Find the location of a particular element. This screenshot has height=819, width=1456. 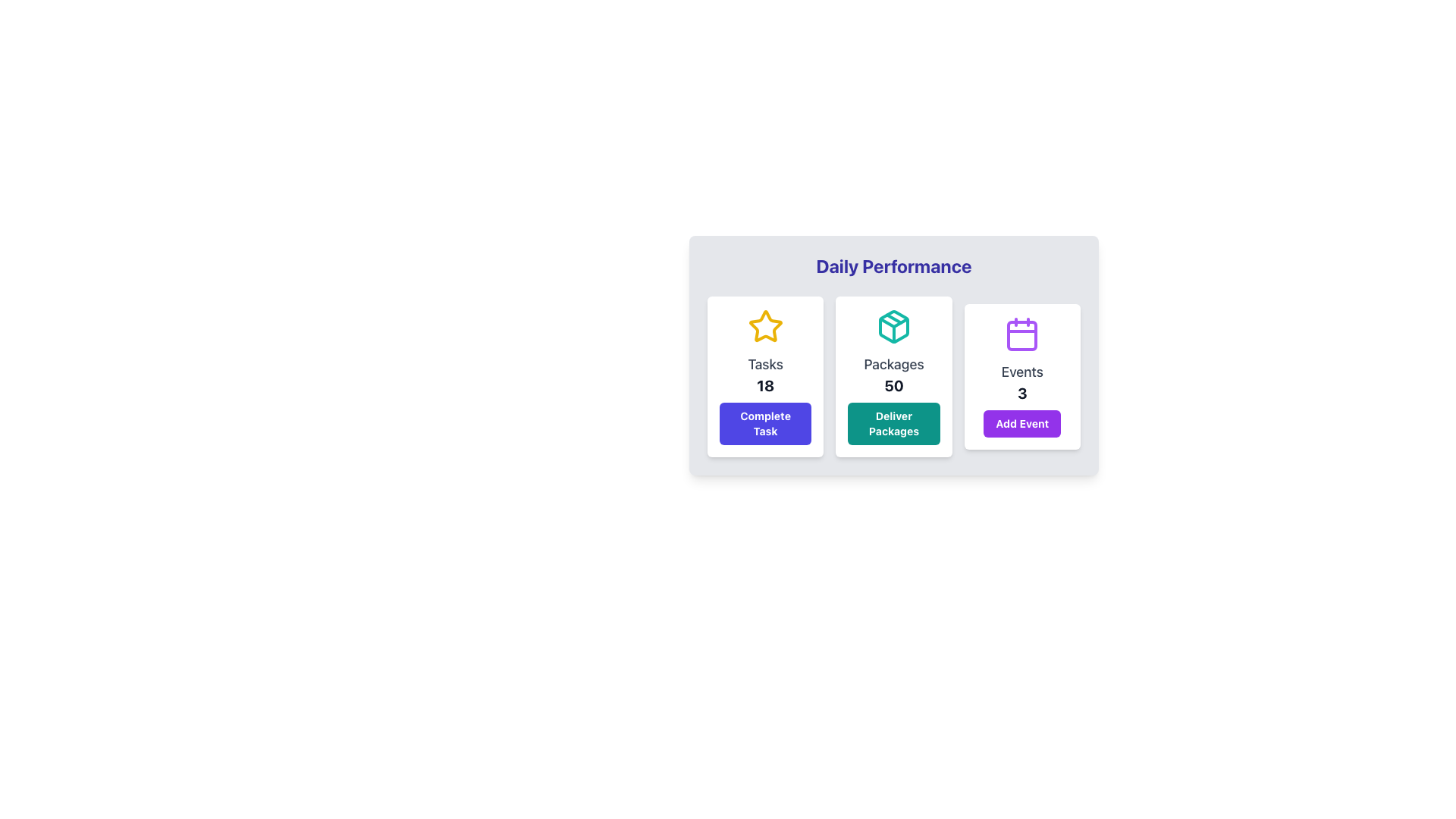

the Text label that describes 'Events', located in the rightmost card of the 'Daily Performance' section, positioned below the calendar icon and above the numerical value '3' is located at coordinates (1022, 372).